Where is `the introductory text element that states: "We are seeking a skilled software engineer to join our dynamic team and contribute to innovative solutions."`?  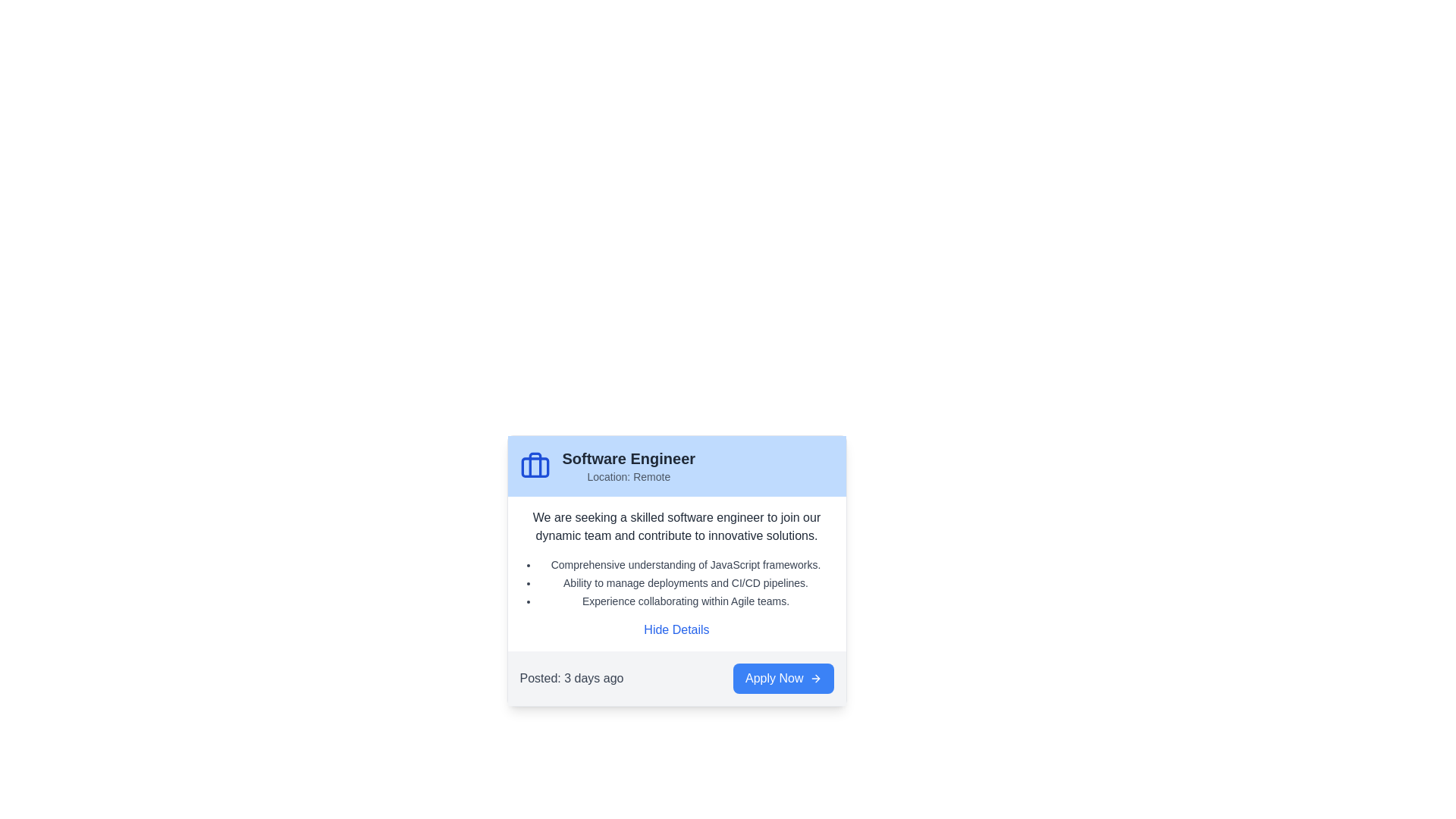
the introductory text element that states: "We are seeking a skilled software engineer to join our dynamic team and contribute to innovative solutions." is located at coordinates (676, 526).